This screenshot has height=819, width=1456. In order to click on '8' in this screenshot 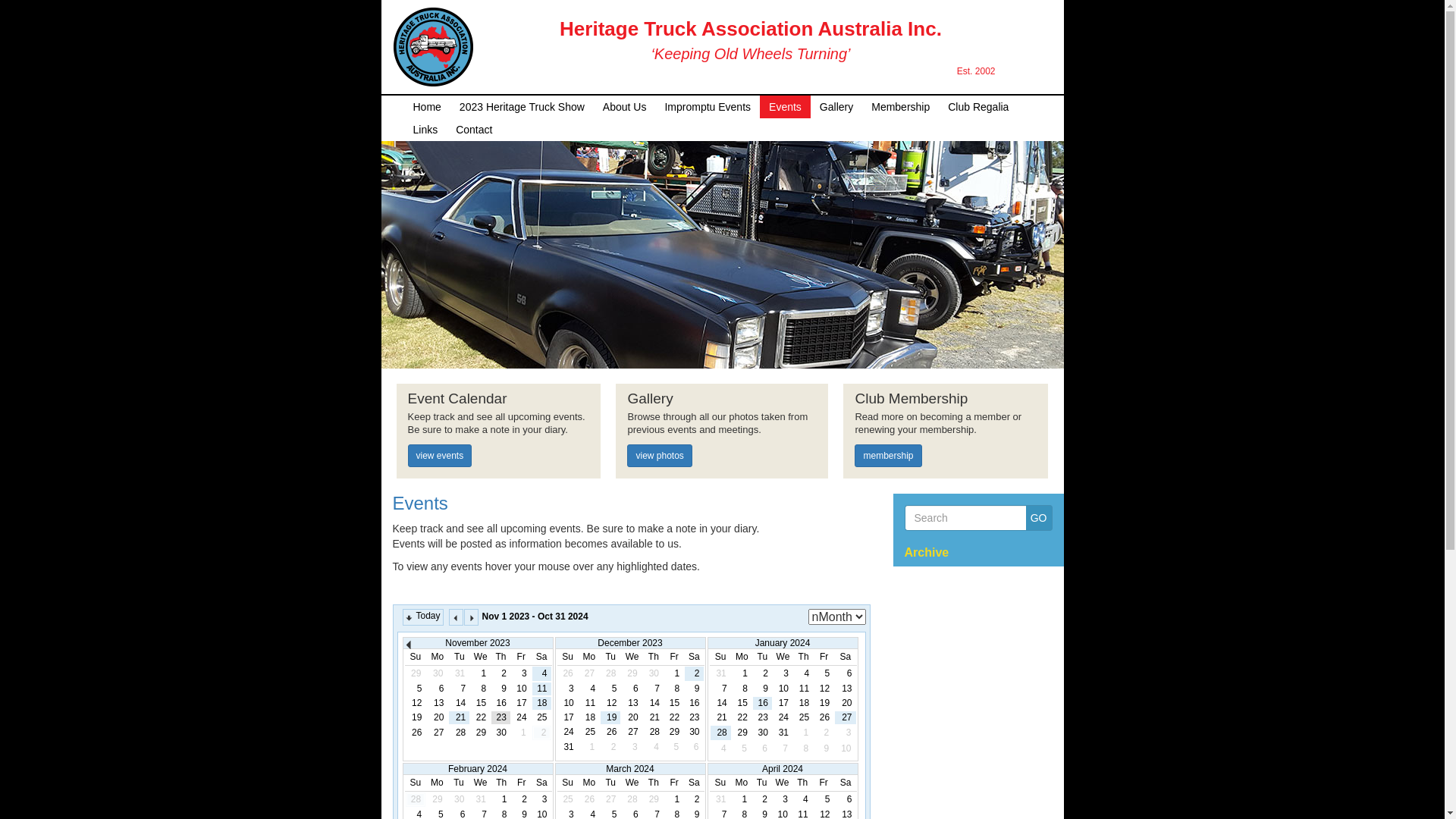, I will do `click(479, 689)`.